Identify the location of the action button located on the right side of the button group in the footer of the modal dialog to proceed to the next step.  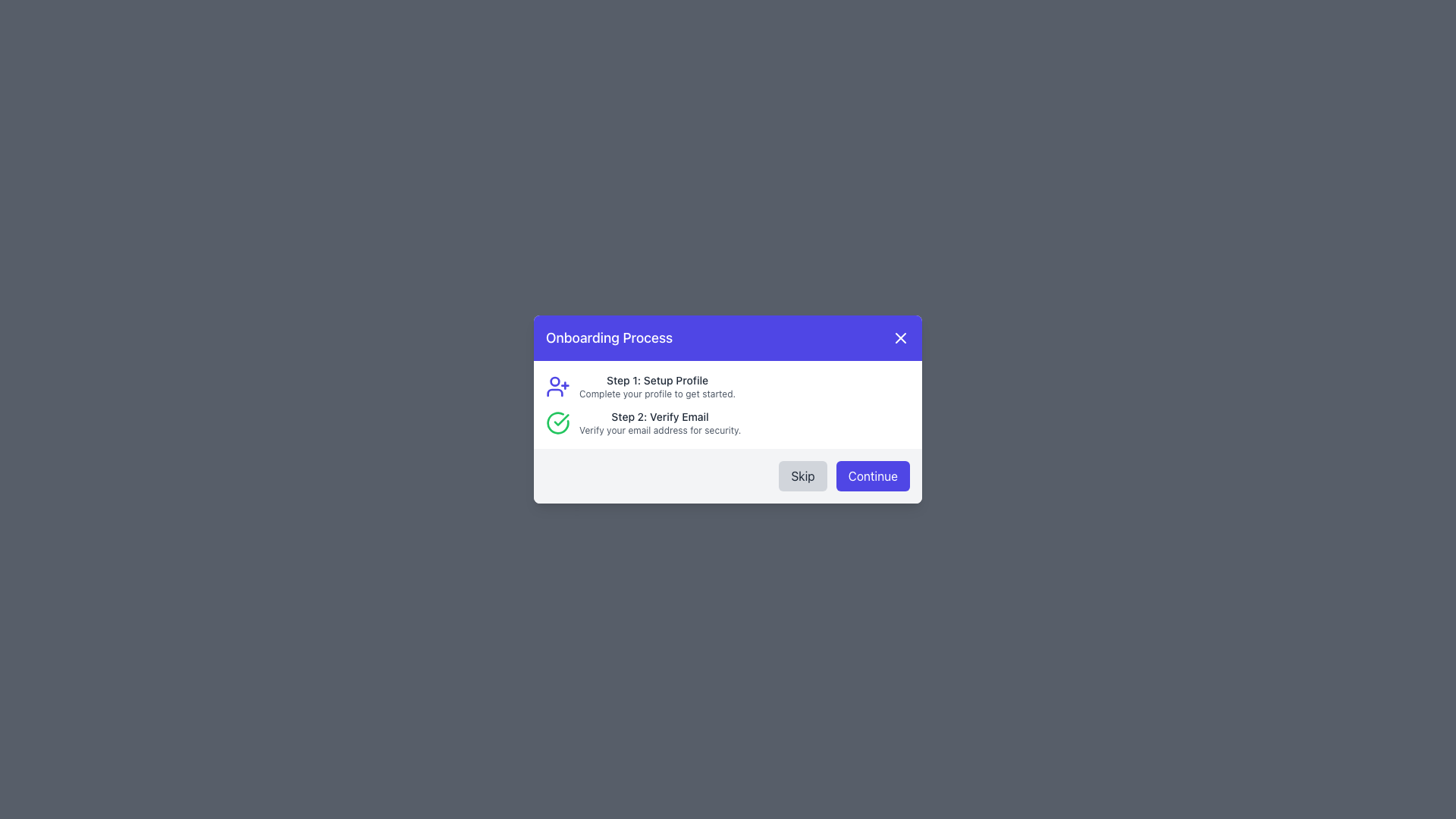
(873, 475).